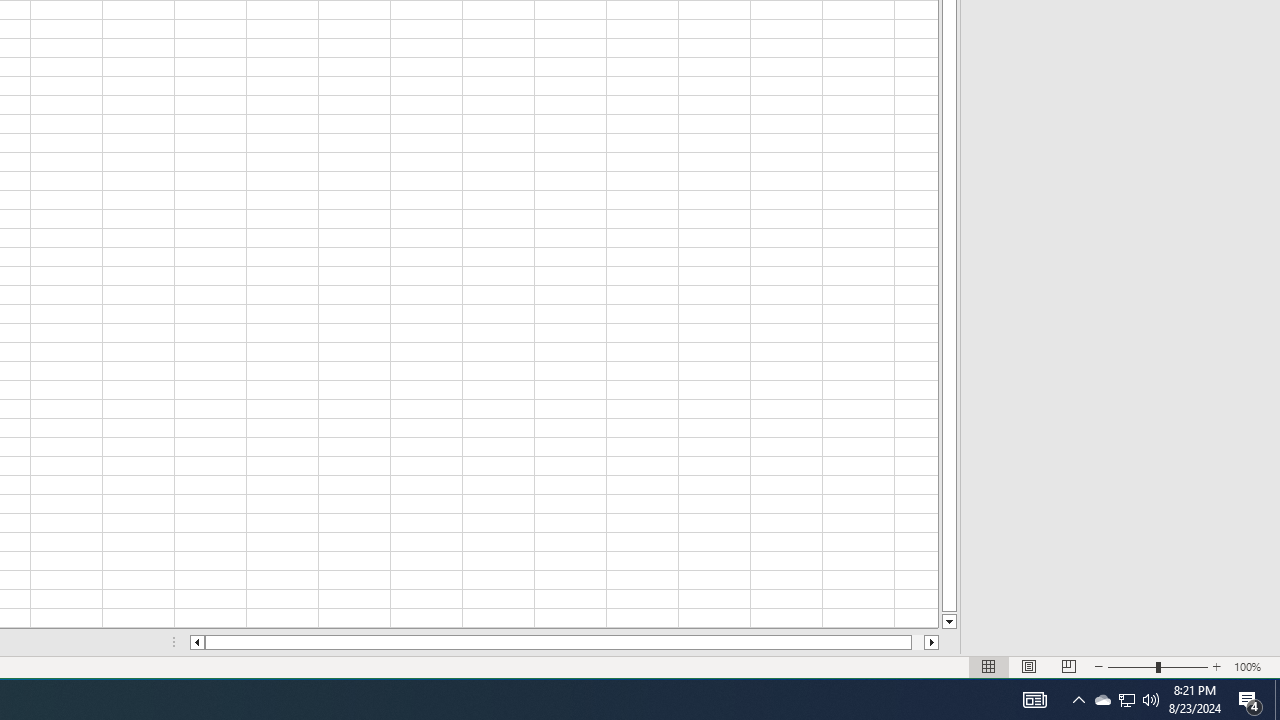  Describe the element at coordinates (1034, 698) in the screenshot. I see `'AutomationID: 4105'` at that location.